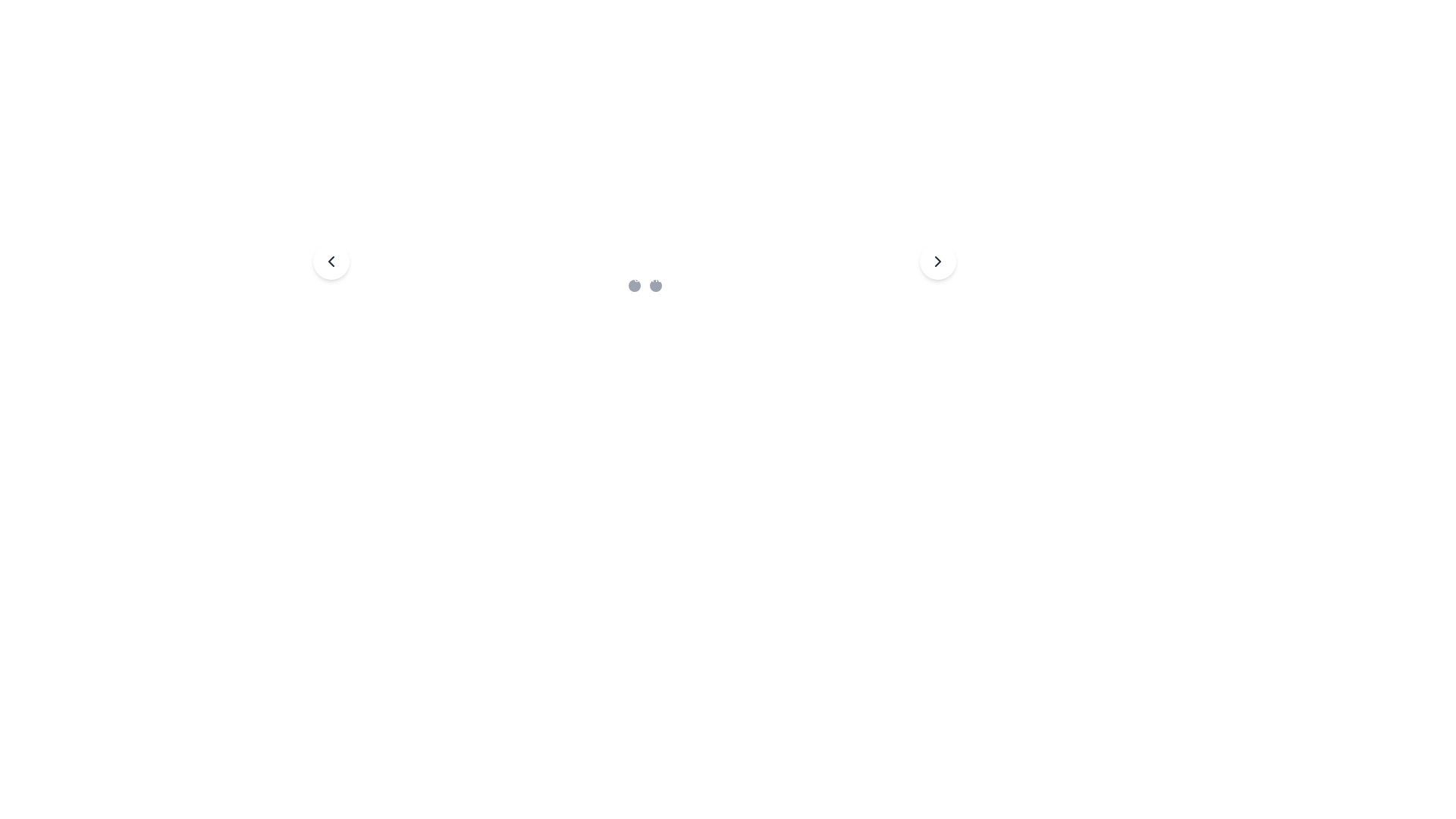 This screenshot has width=1456, height=819. What do you see at coordinates (655, 286) in the screenshot?
I see `the third circular indicator in a row of three, which has a gray background and is visually distinct due to its rounded shape` at bounding box center [655, 286].